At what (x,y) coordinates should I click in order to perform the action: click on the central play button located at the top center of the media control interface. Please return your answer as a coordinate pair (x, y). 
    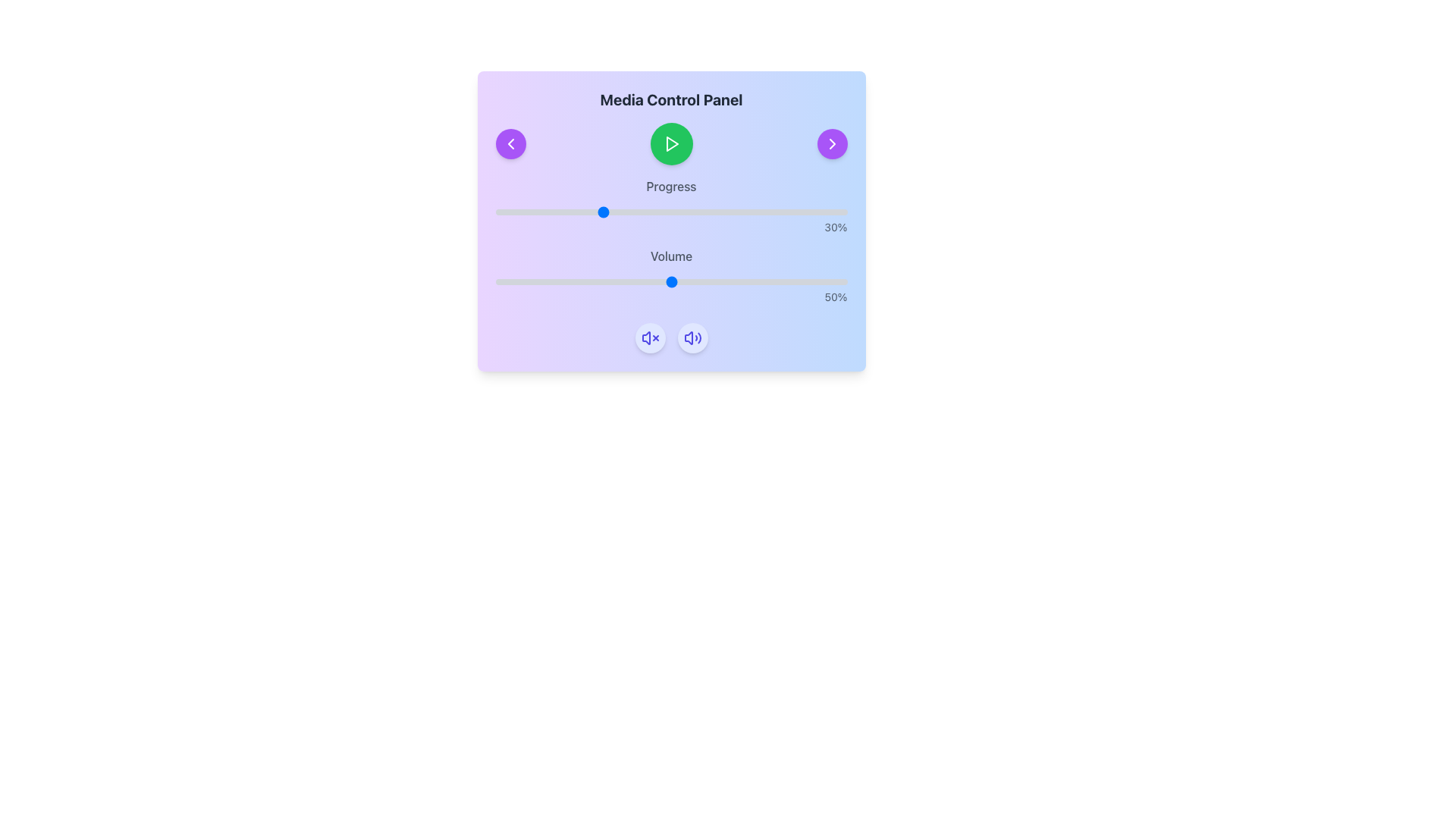
    Looking at the image, I should click on (670, 143).